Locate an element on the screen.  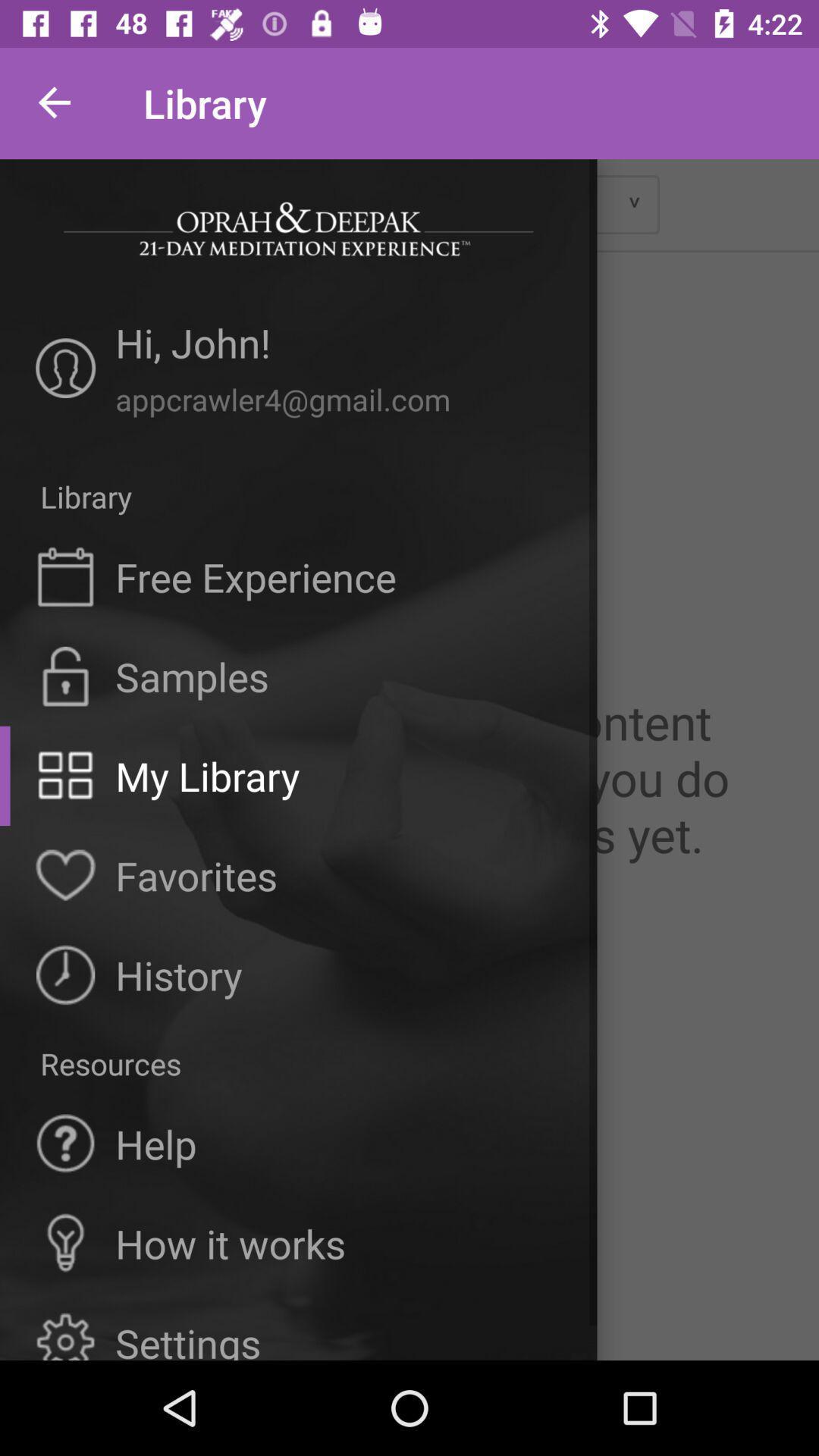
samples is located at coordinates (191, 676).